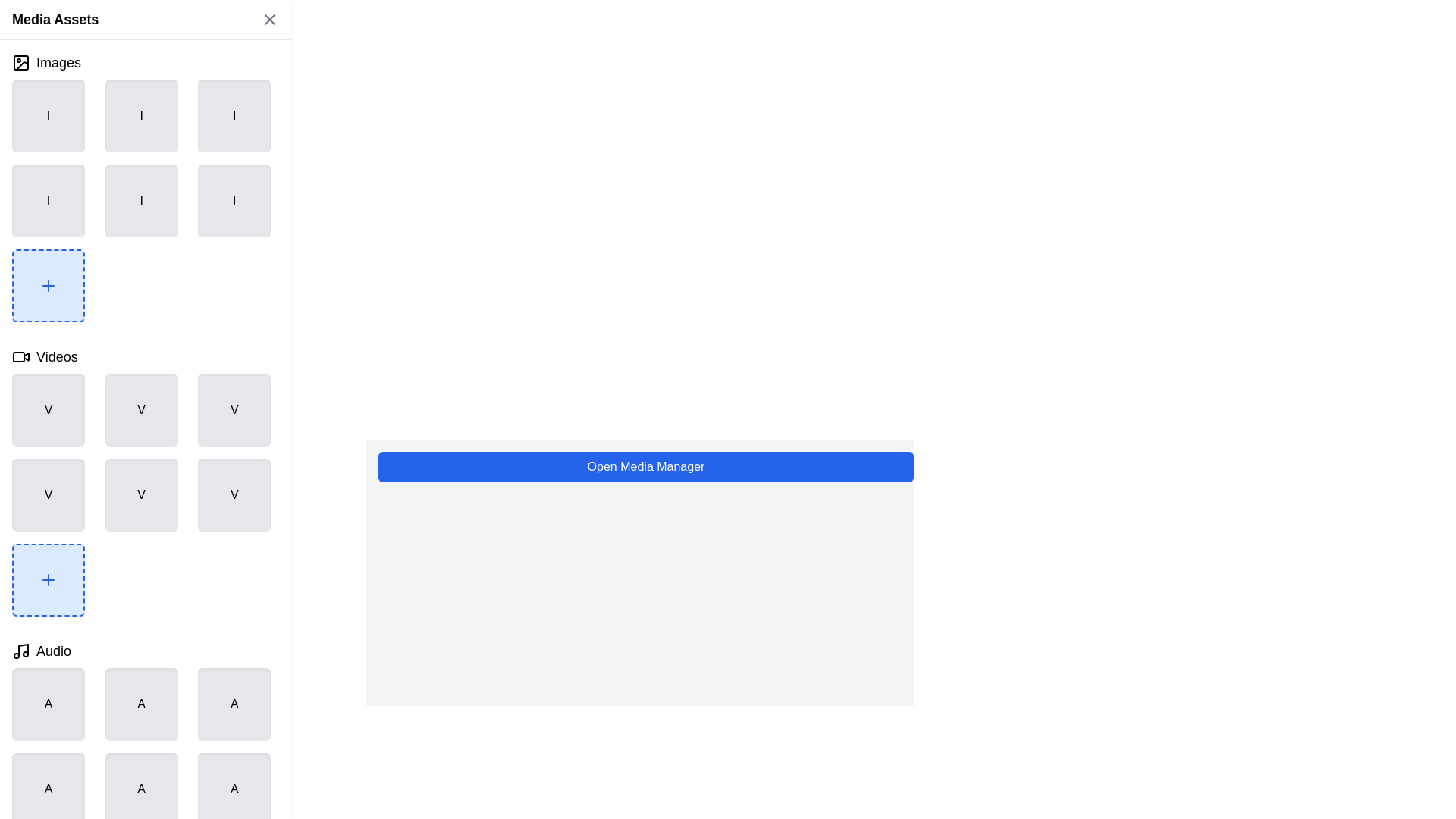  I want to click on the gray 'X' icon button located at the top-right corner of the 'Media Assets' section, so click(269, 20).